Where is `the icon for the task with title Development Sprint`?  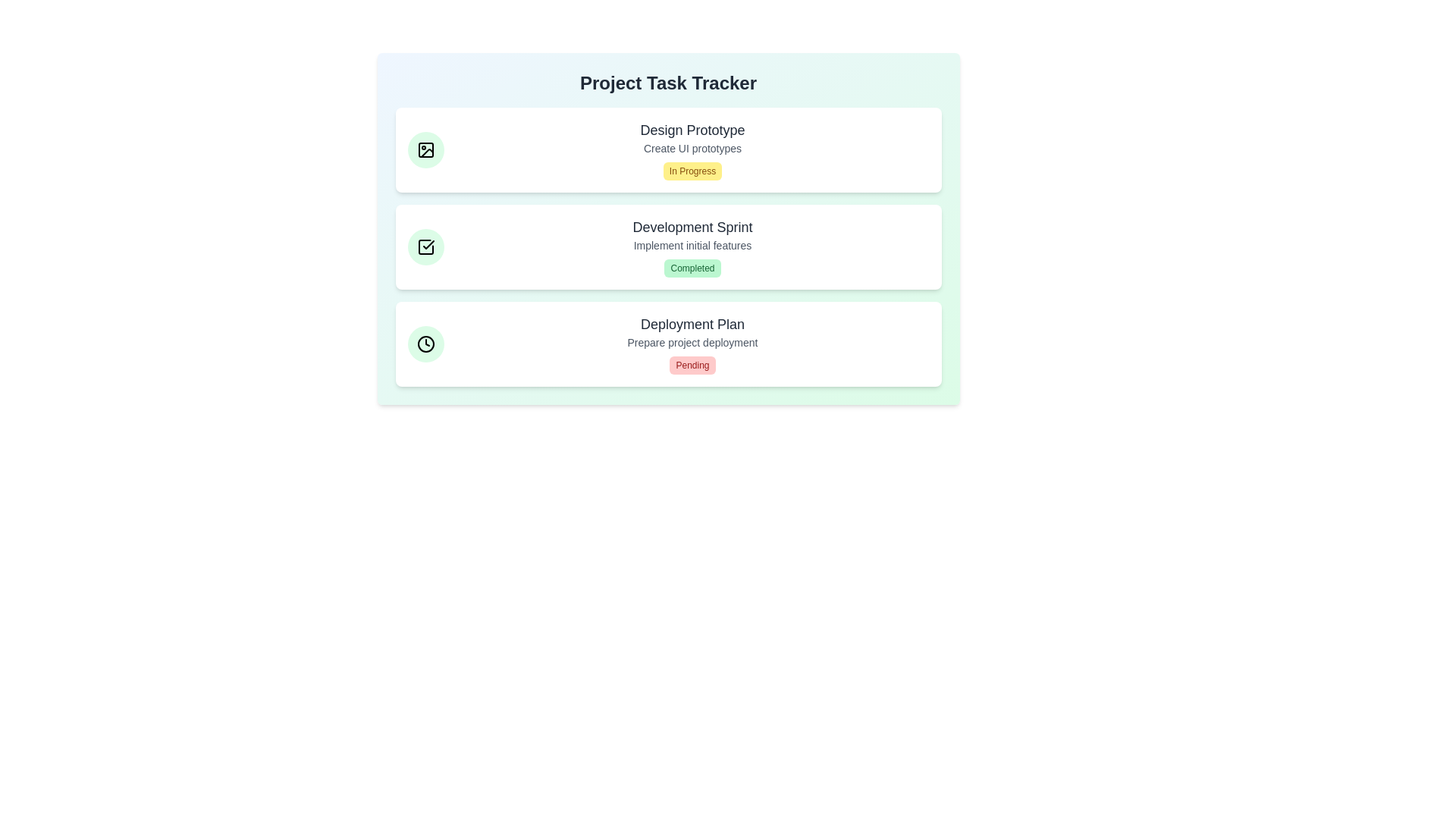
the icon for the task with title Development Sprint is located at coordinates (425, 246).